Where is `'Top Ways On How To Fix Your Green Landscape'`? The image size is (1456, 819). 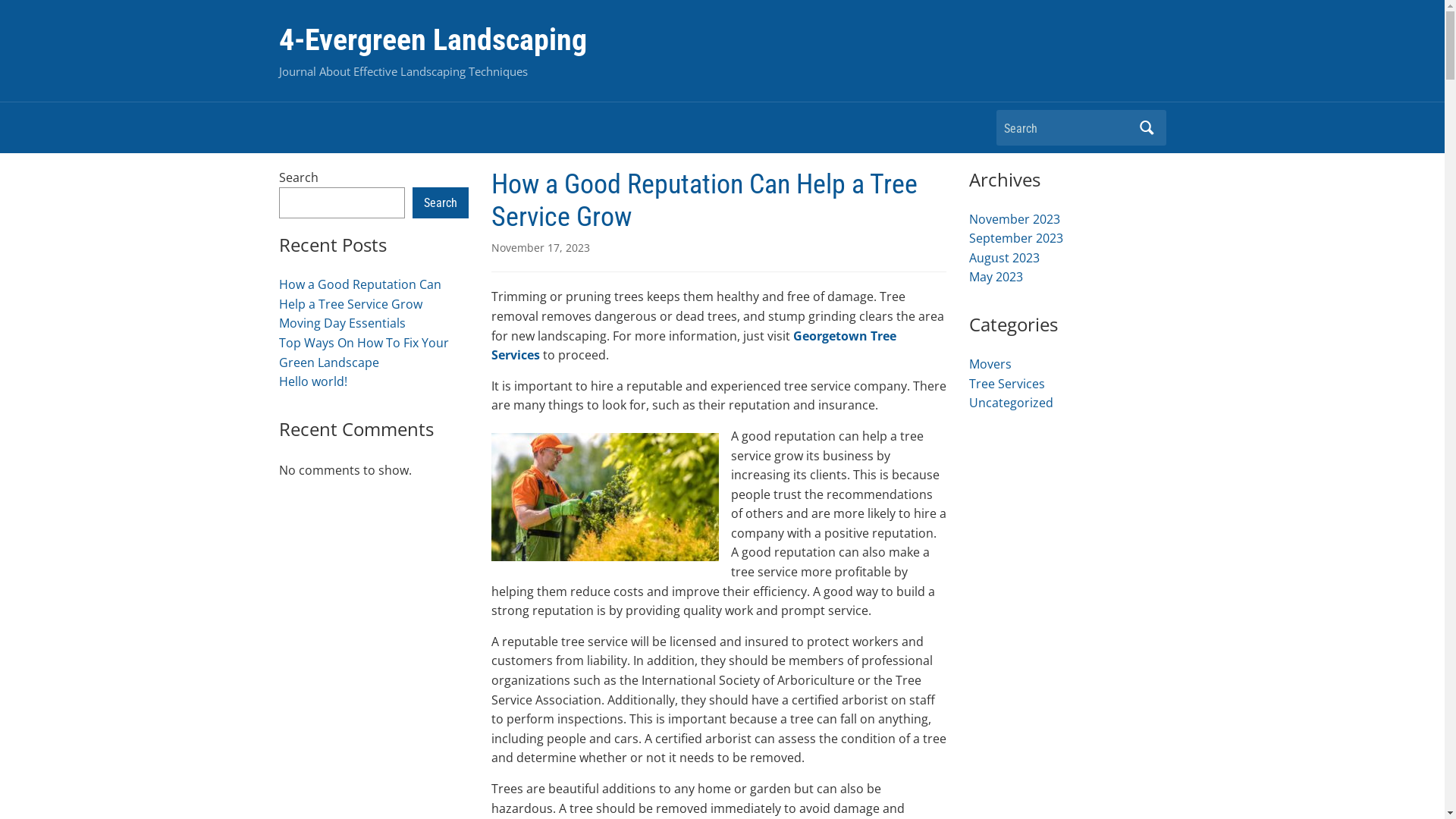 'Top Ways On How To Fix Your Green Landscape' is located at coordinates (364, 353).